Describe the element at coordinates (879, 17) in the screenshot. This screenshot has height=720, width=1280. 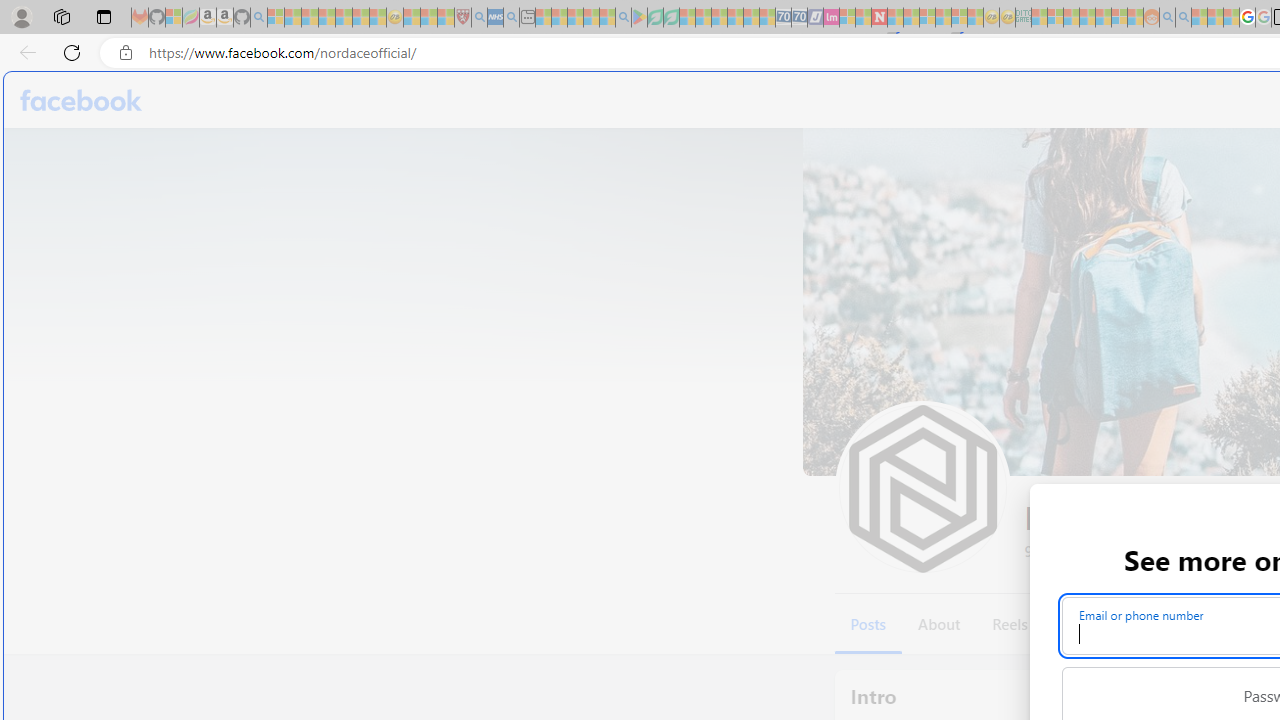
I see `'Latest Politics News & Archive | Newsweek.com - Sleeping'` at that location.